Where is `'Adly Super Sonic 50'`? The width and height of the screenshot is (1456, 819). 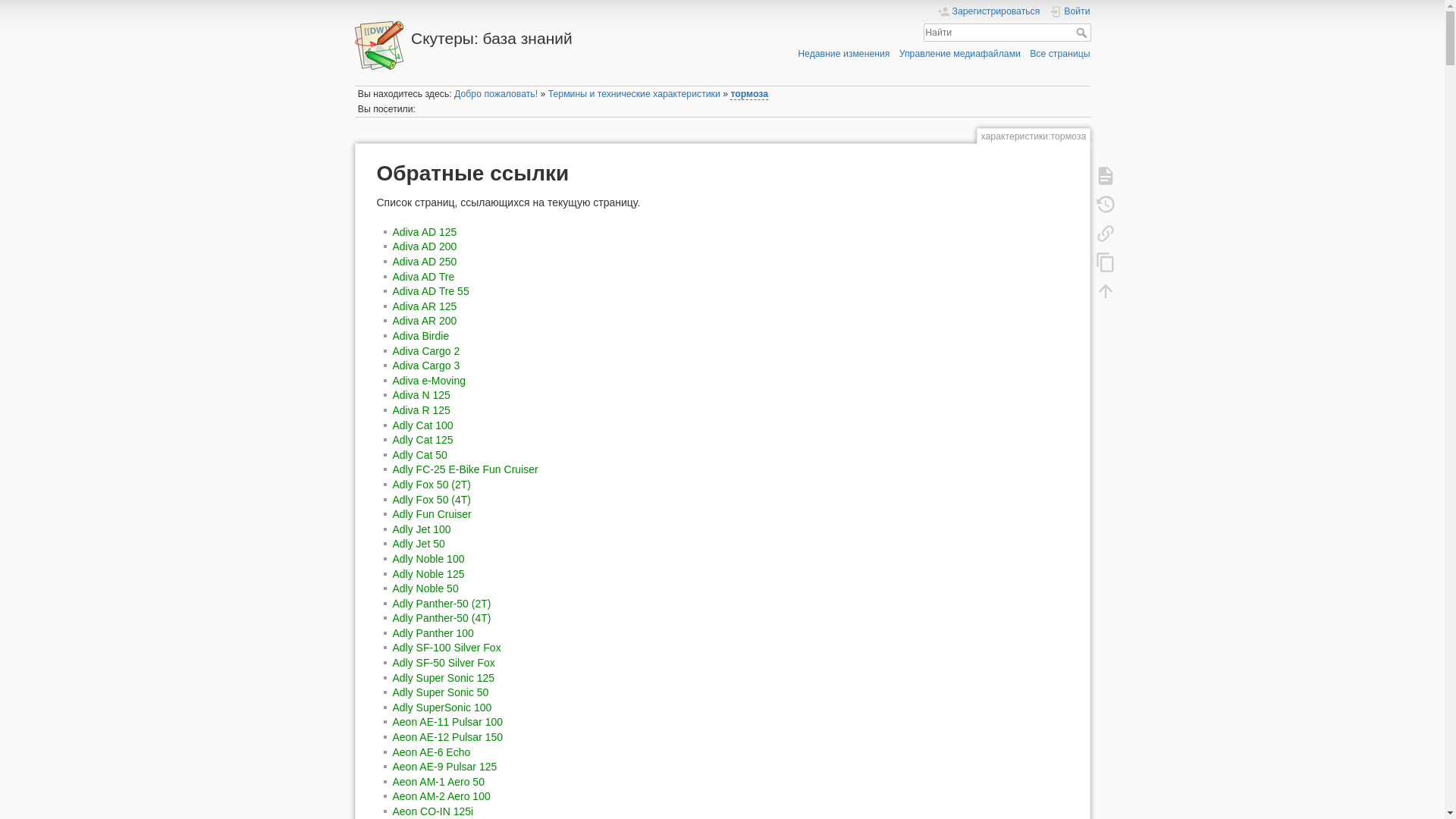 'Adly Super Sonic 50' is located at coordinates (440, 692).